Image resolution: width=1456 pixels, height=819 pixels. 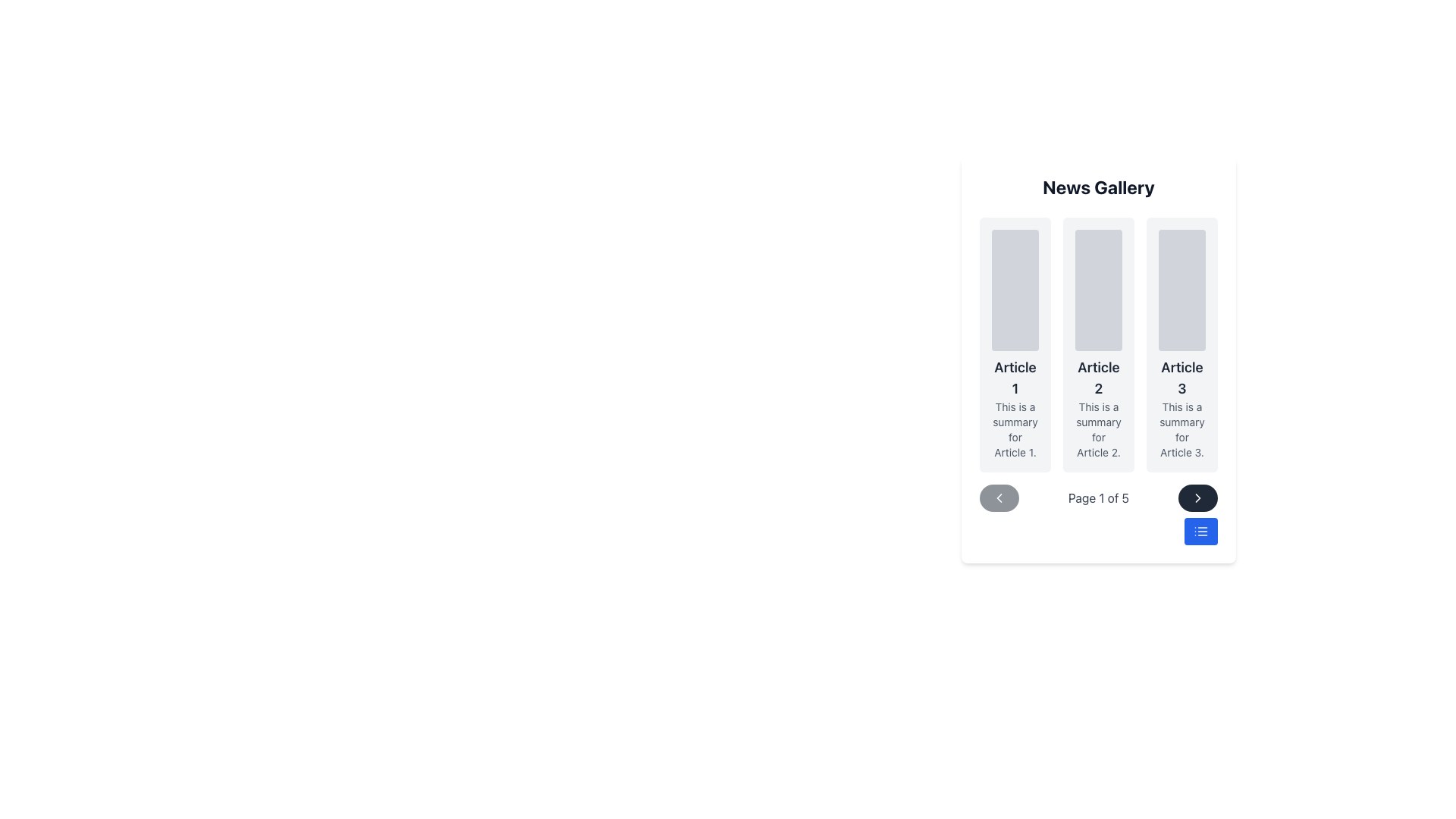 What do you see at coordinates (1200, 531) in the screenshot?
I see `the button that switches the article view to list format` at bounding box center [1200, 531].